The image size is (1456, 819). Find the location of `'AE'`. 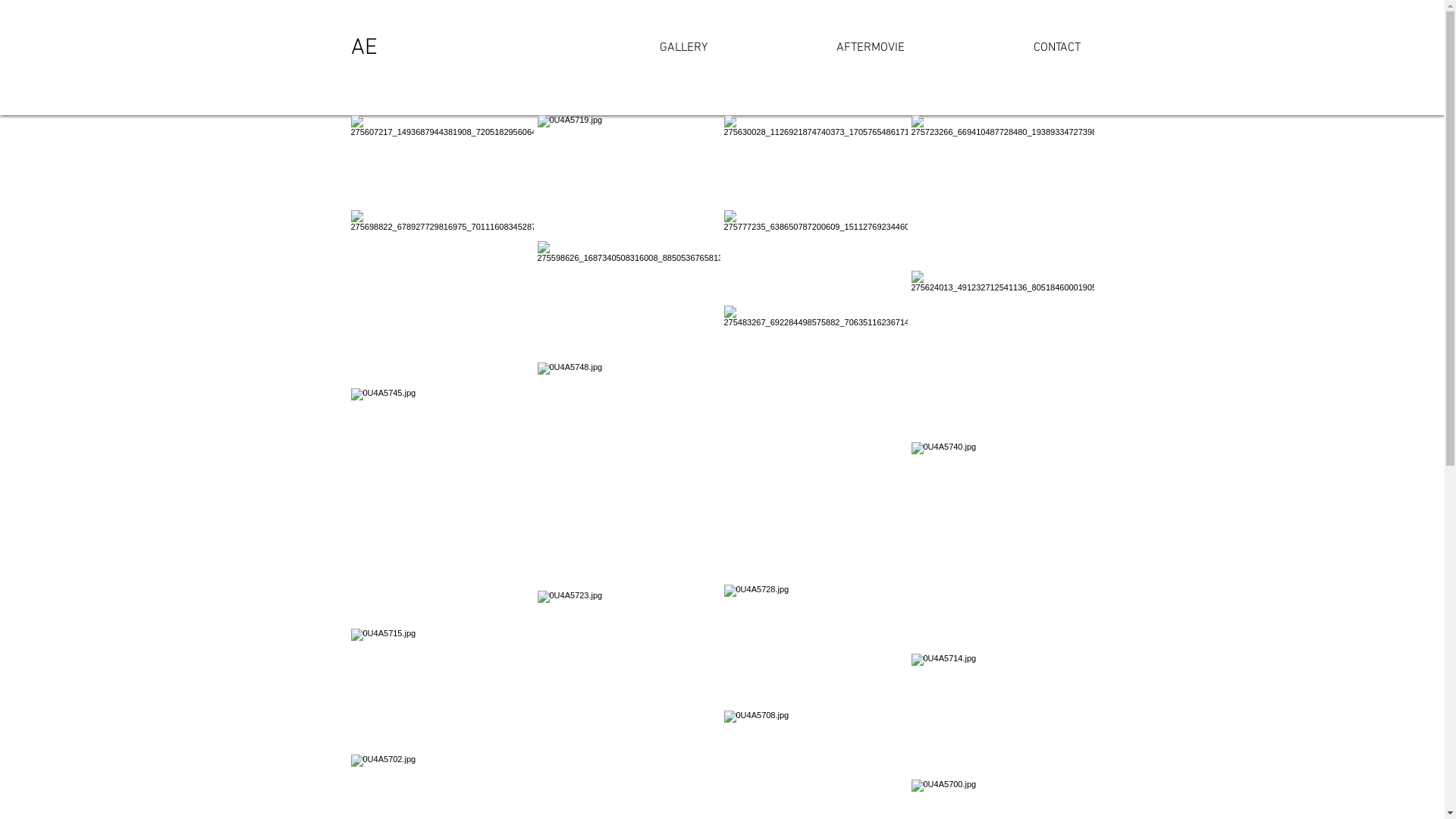

'AE' is located at coordinates (362, 47).